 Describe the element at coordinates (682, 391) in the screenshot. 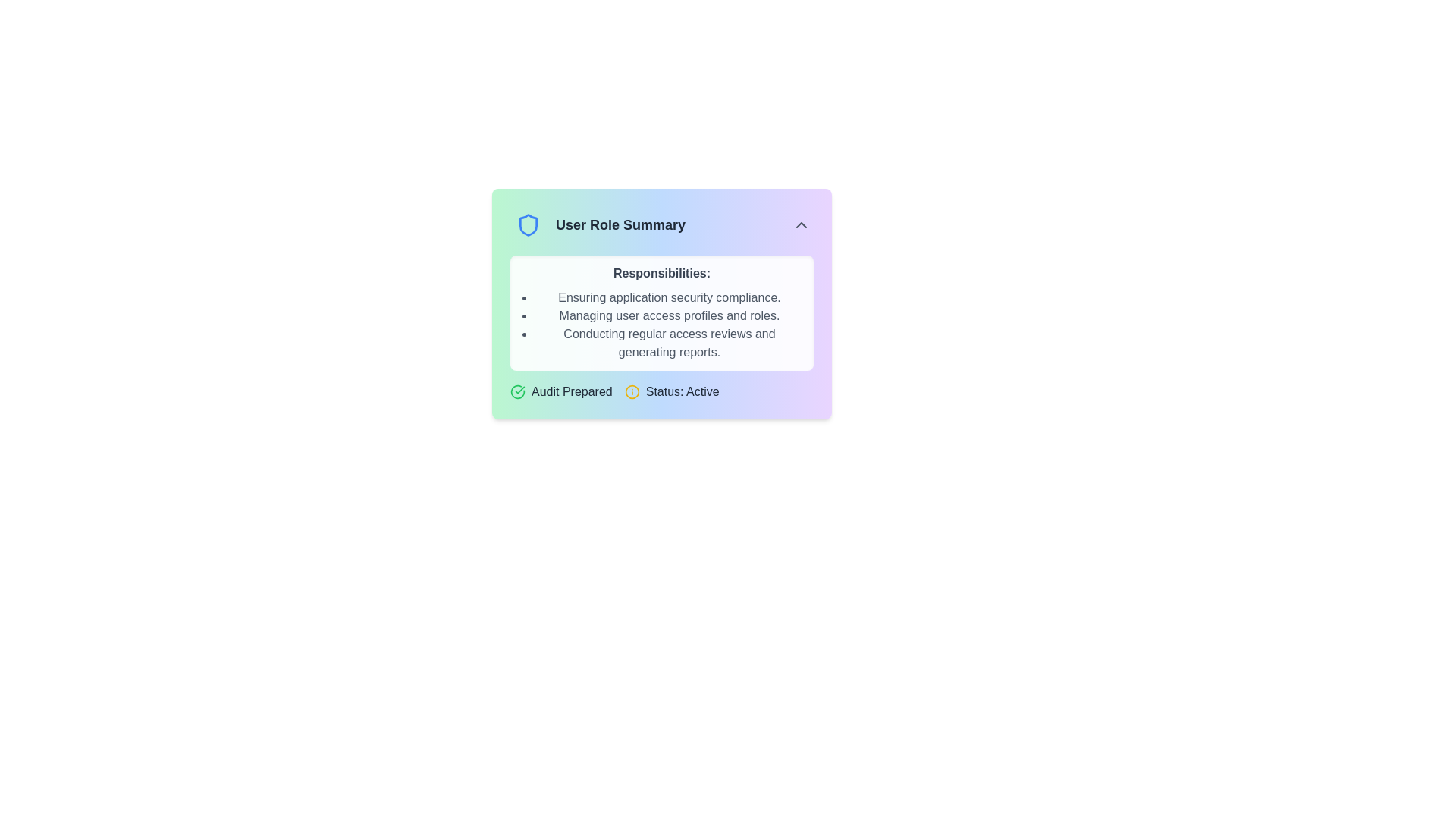

I see `the text label displaying 'Status: Active', which is styled in dark gray and positioned near the bottom right of the 'User Role Summary' card interface, adjacent to a yellow information icon` at that location.